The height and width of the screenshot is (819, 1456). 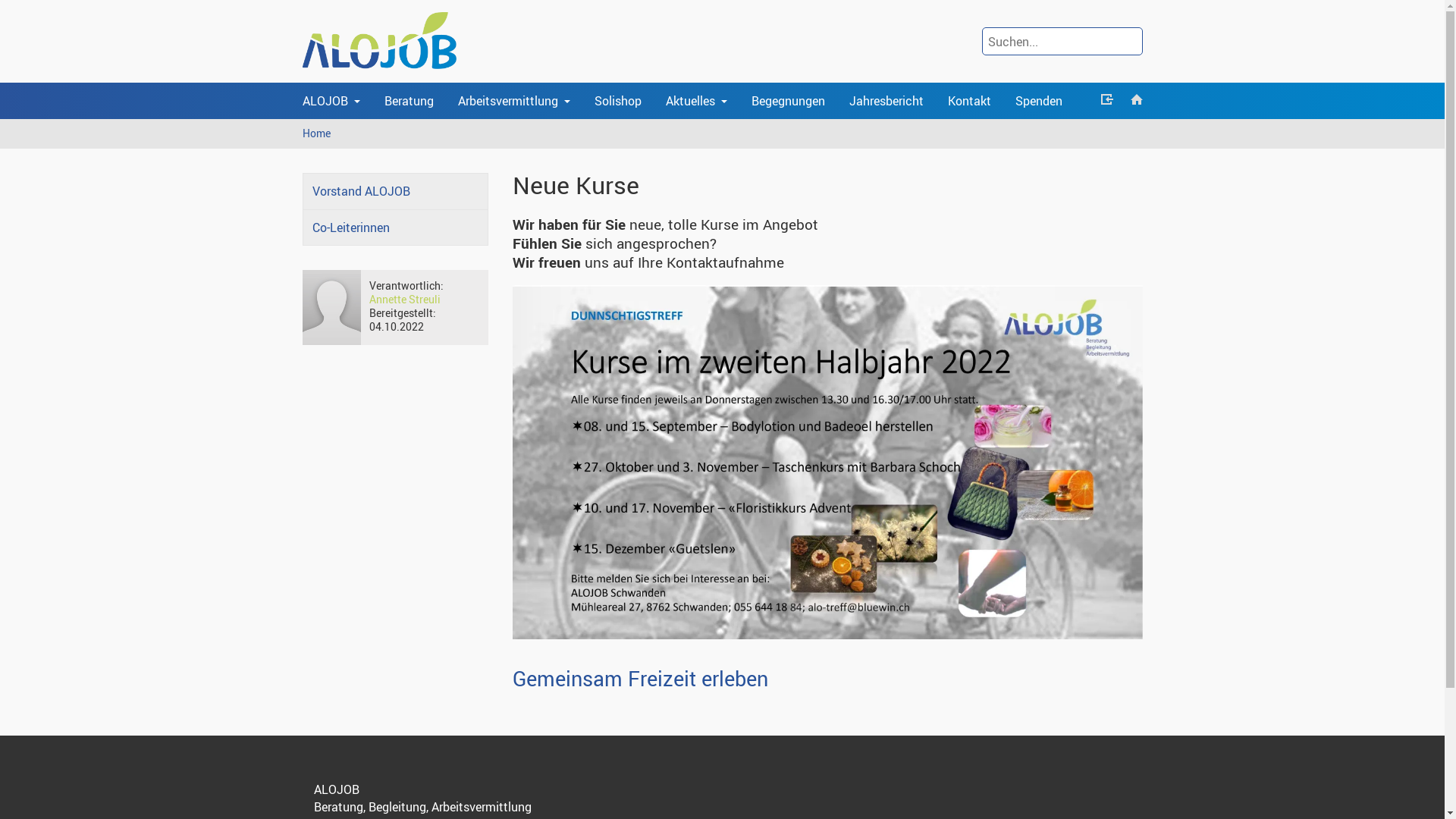 What do you see at coordinates (787, 100) in the screenshot?
I see `'Begegnungen'` at bounding box center [787, 100].